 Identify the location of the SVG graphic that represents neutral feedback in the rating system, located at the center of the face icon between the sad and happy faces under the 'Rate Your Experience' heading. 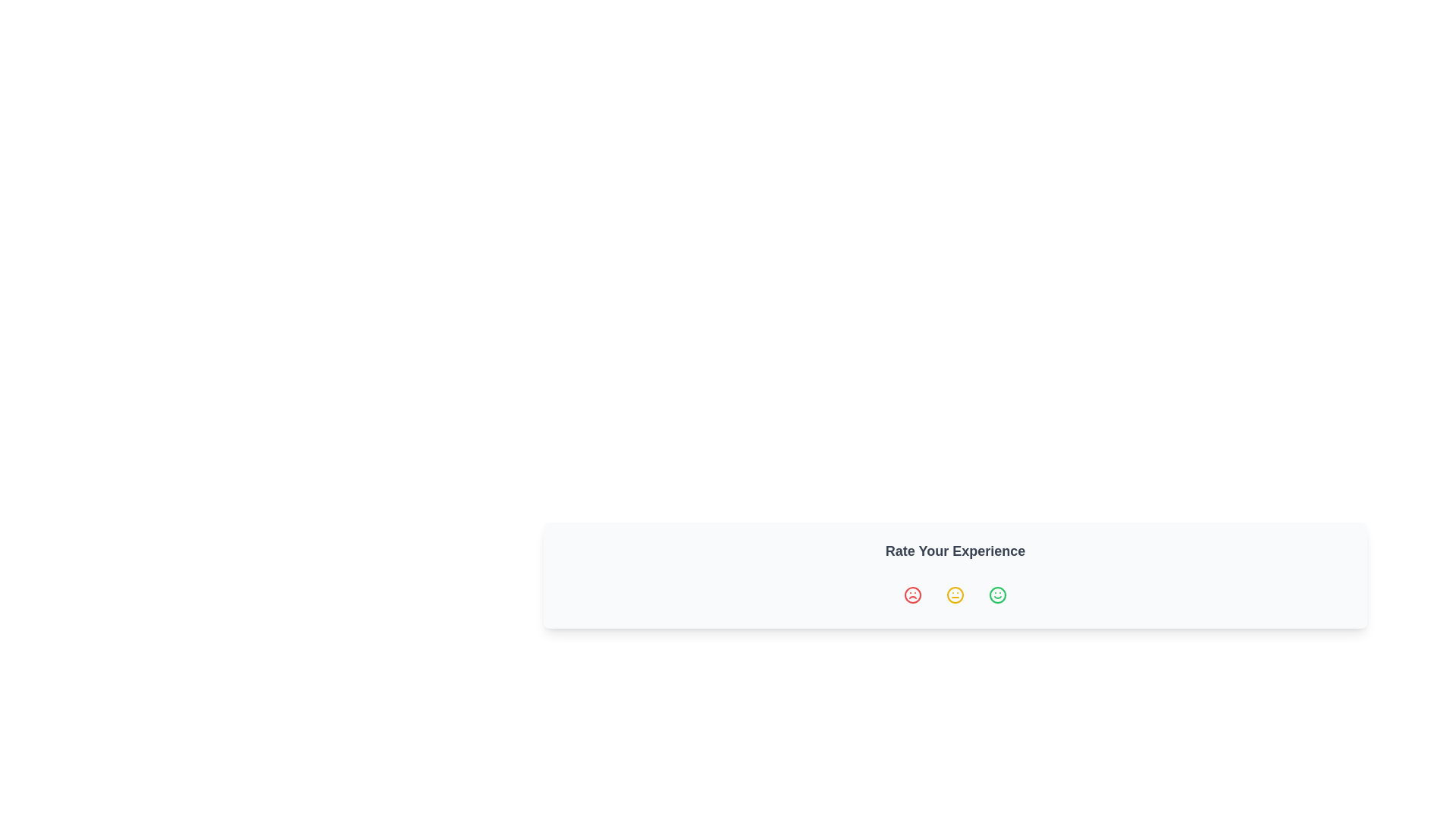
(954, 595).